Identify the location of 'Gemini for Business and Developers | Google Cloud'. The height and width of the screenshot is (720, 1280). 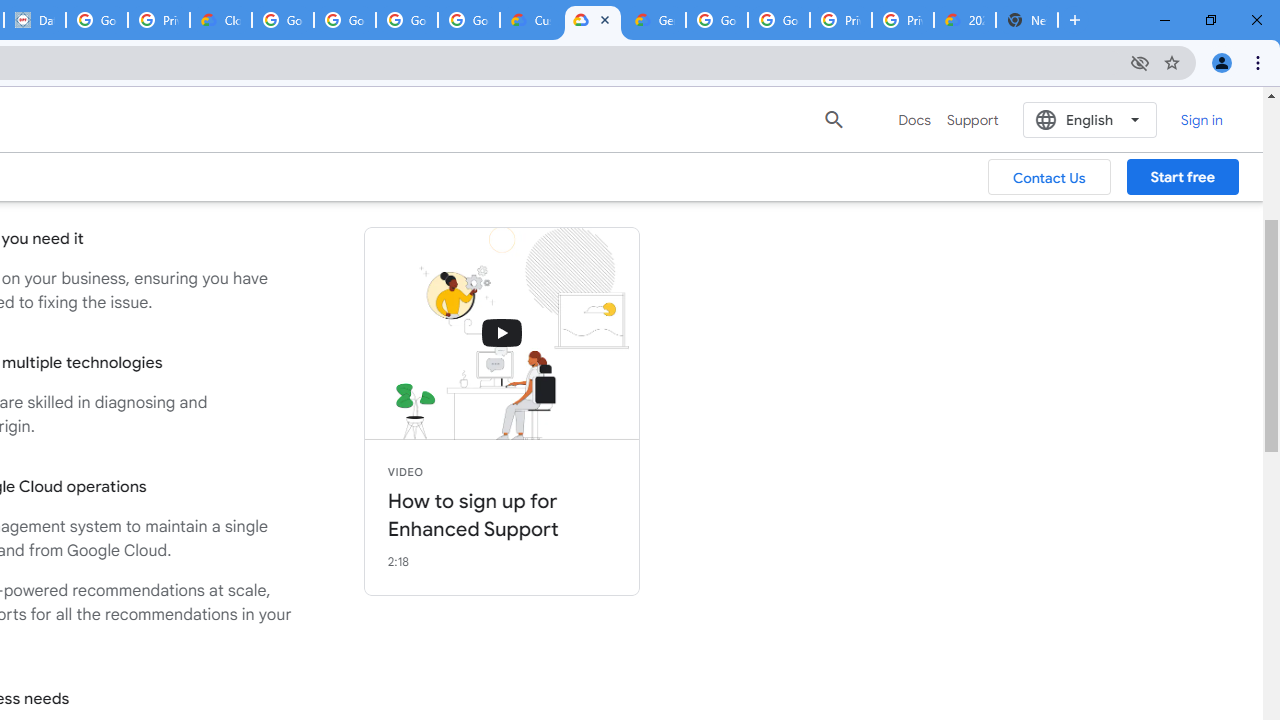
(654, 20).